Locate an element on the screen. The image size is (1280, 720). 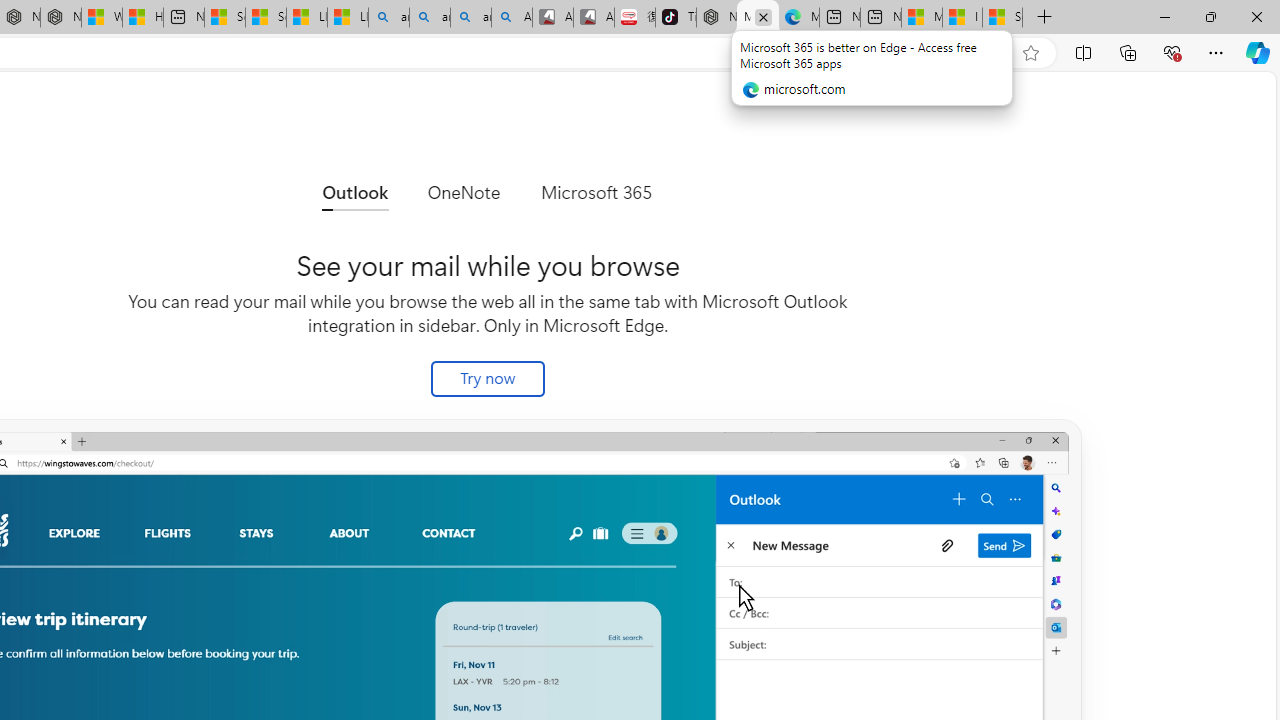
'TikTok' is located at coordinates (675, 17).